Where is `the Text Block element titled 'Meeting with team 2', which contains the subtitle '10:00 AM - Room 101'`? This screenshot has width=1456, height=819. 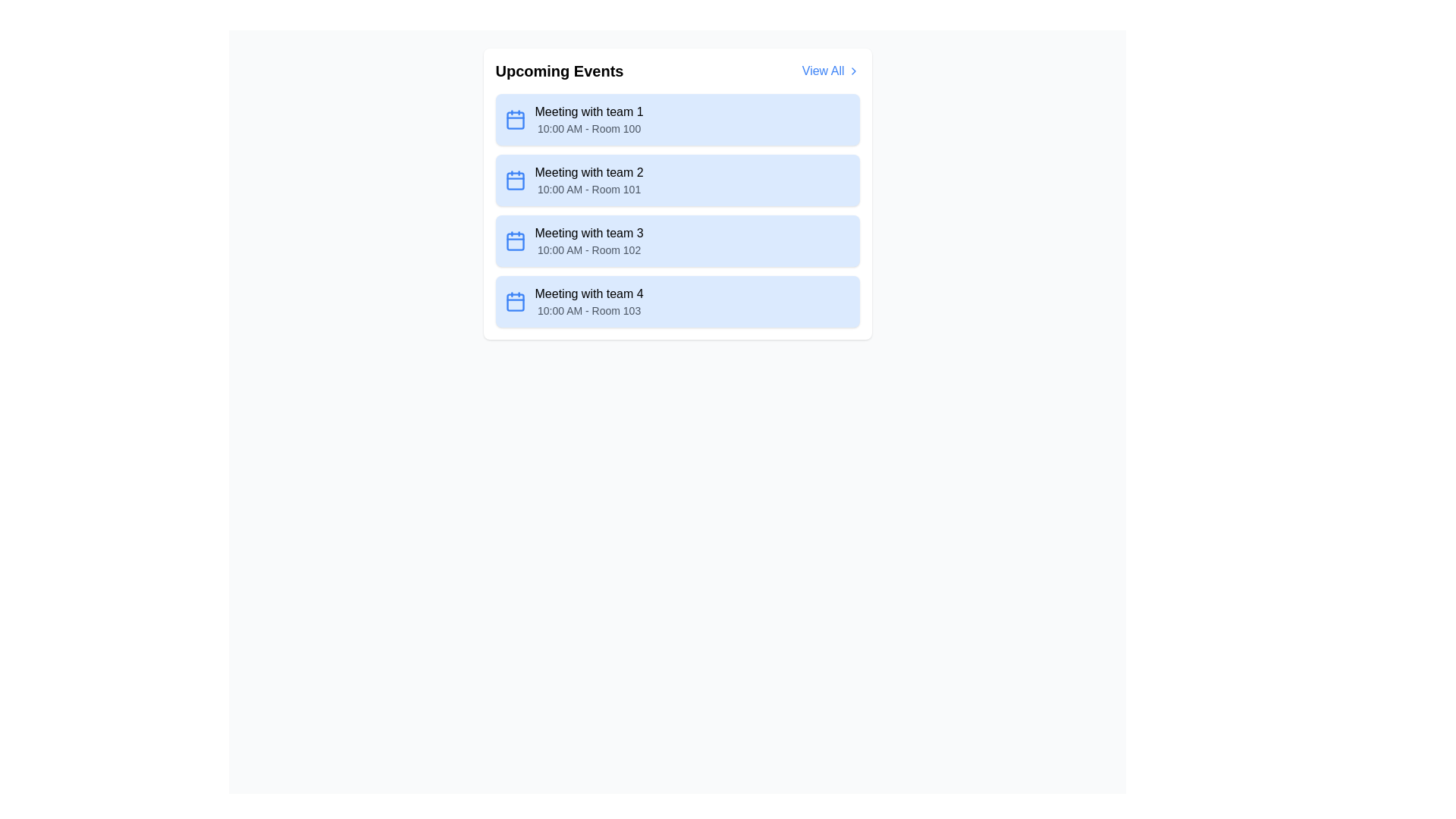
the Text Block element titled 'Meeting with team 2', which contains the subtitle '10:00 AM - Room 101' is located at coordinates (588, 180).